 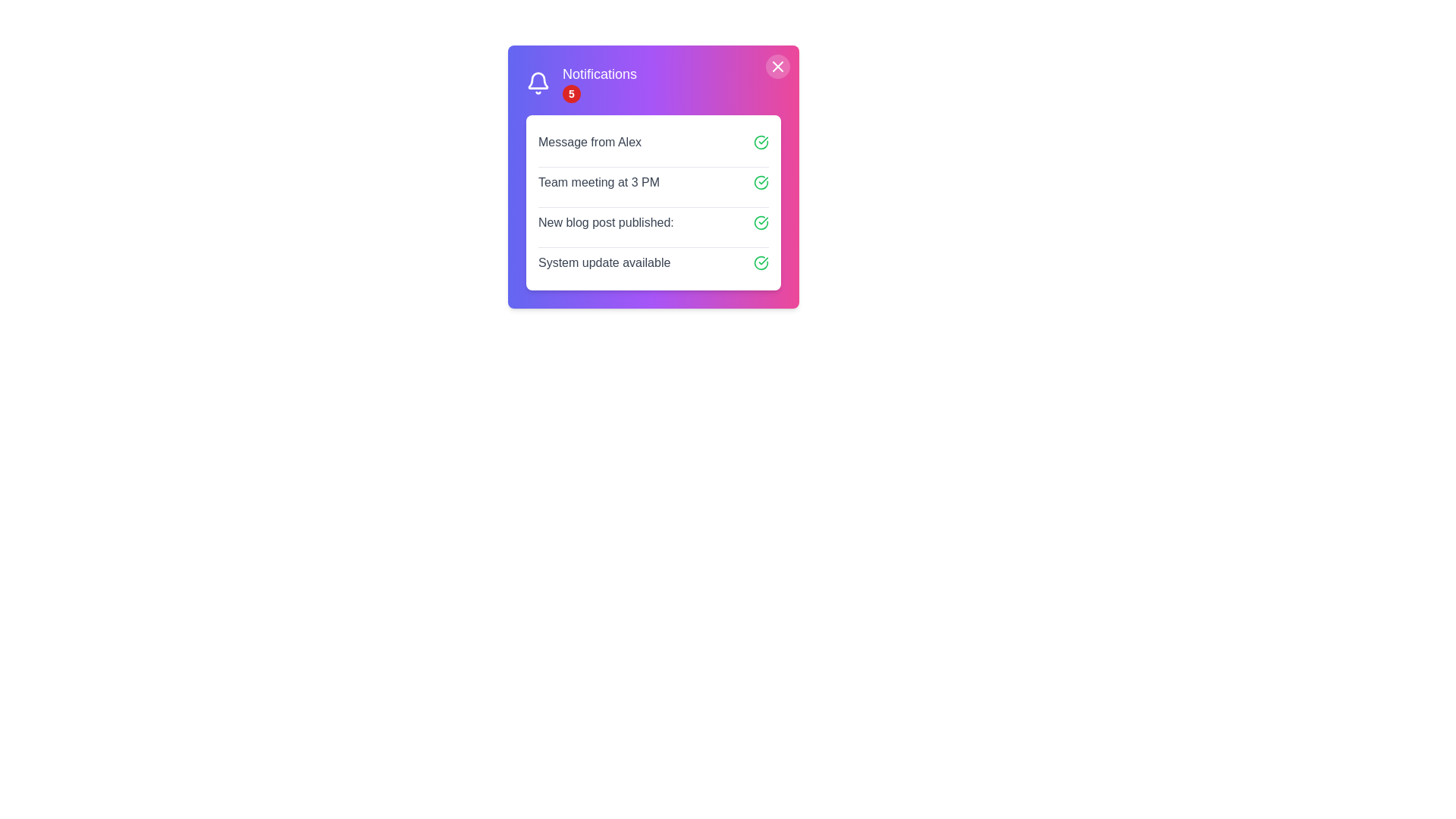 What do you see at coordinates (778, 66) in the screenshot?
I see `the close button located in the top-right corner of the notification panel` at bounding box center [778, 66].